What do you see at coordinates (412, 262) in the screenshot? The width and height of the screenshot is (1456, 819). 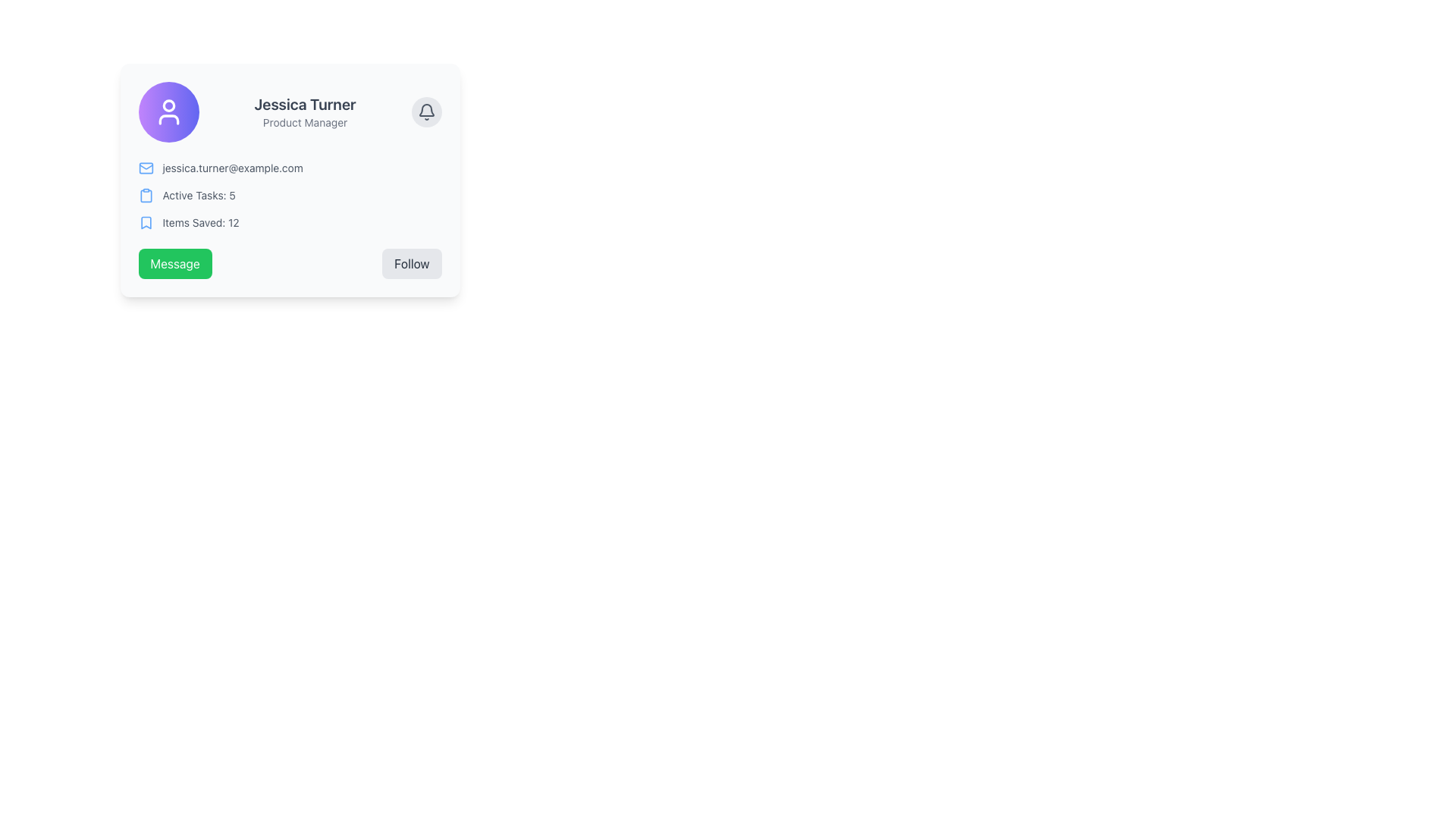 I see `the 'Follow' button, which is a rectangular button with rounded corners, light gray background, and black text, positioned to the right of the 'Message' button in a card layout` at bounding box center [412, 262].